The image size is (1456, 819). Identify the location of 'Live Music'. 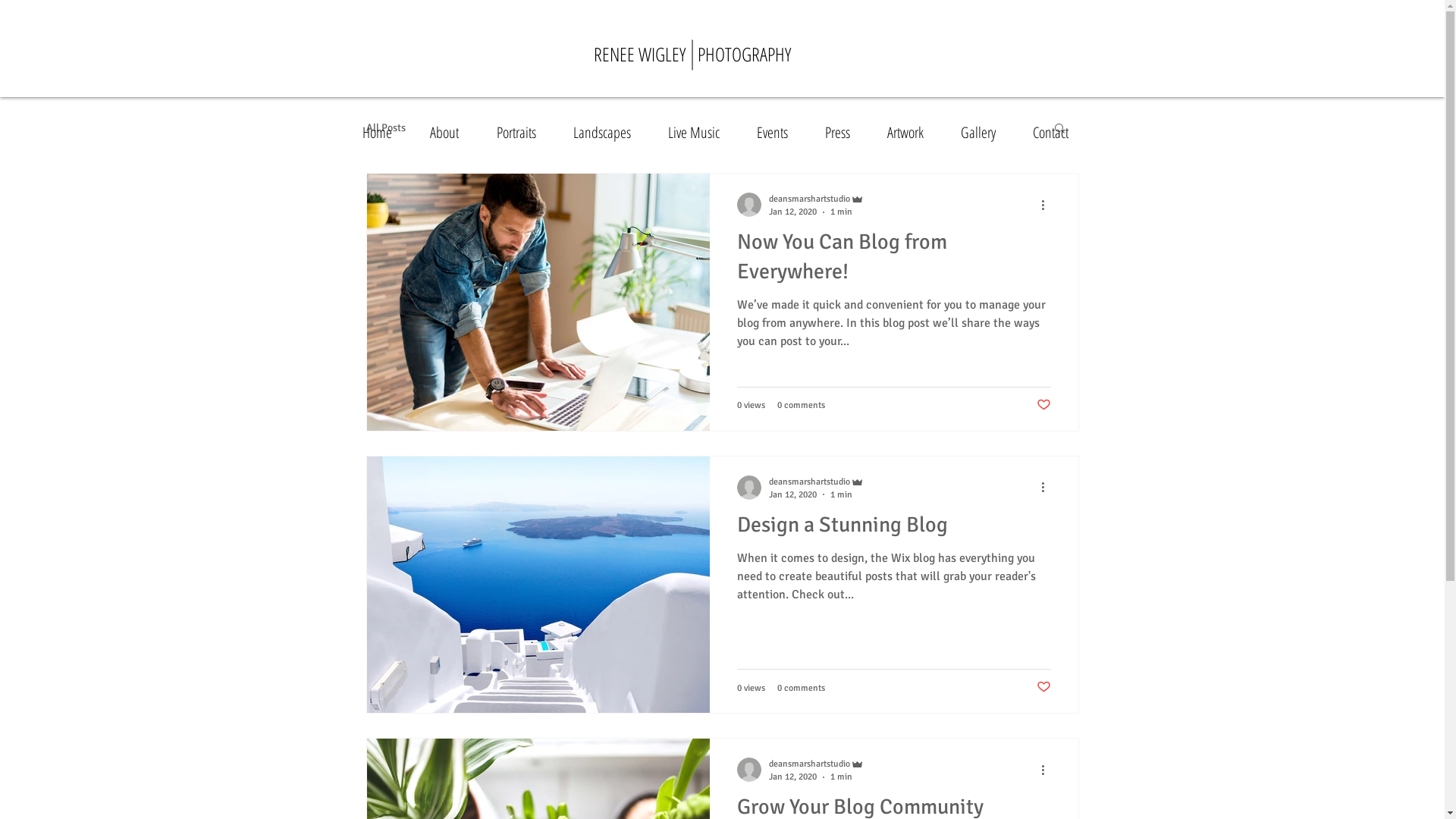
(656, 131).